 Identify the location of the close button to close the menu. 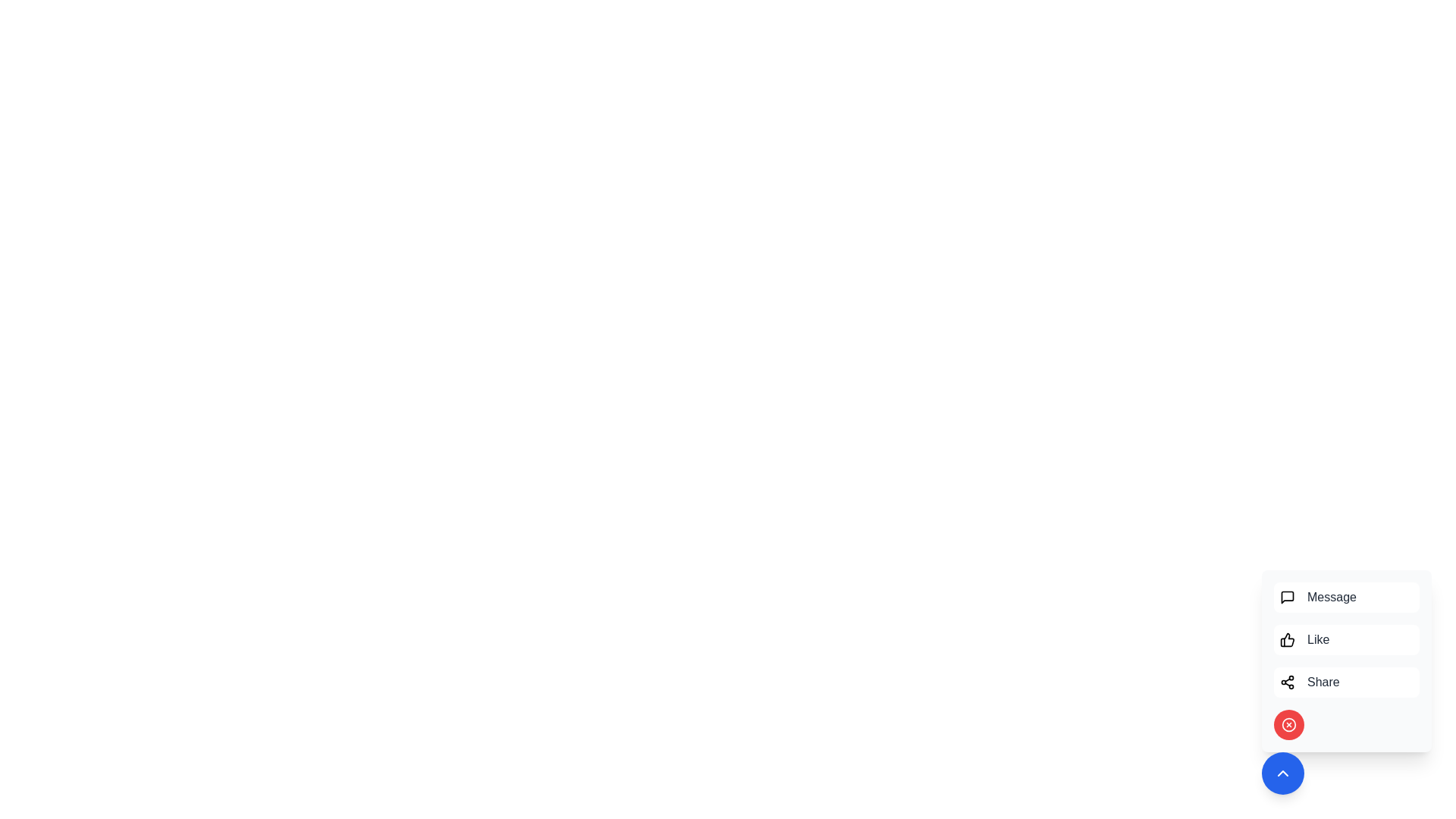
(1288, 724).